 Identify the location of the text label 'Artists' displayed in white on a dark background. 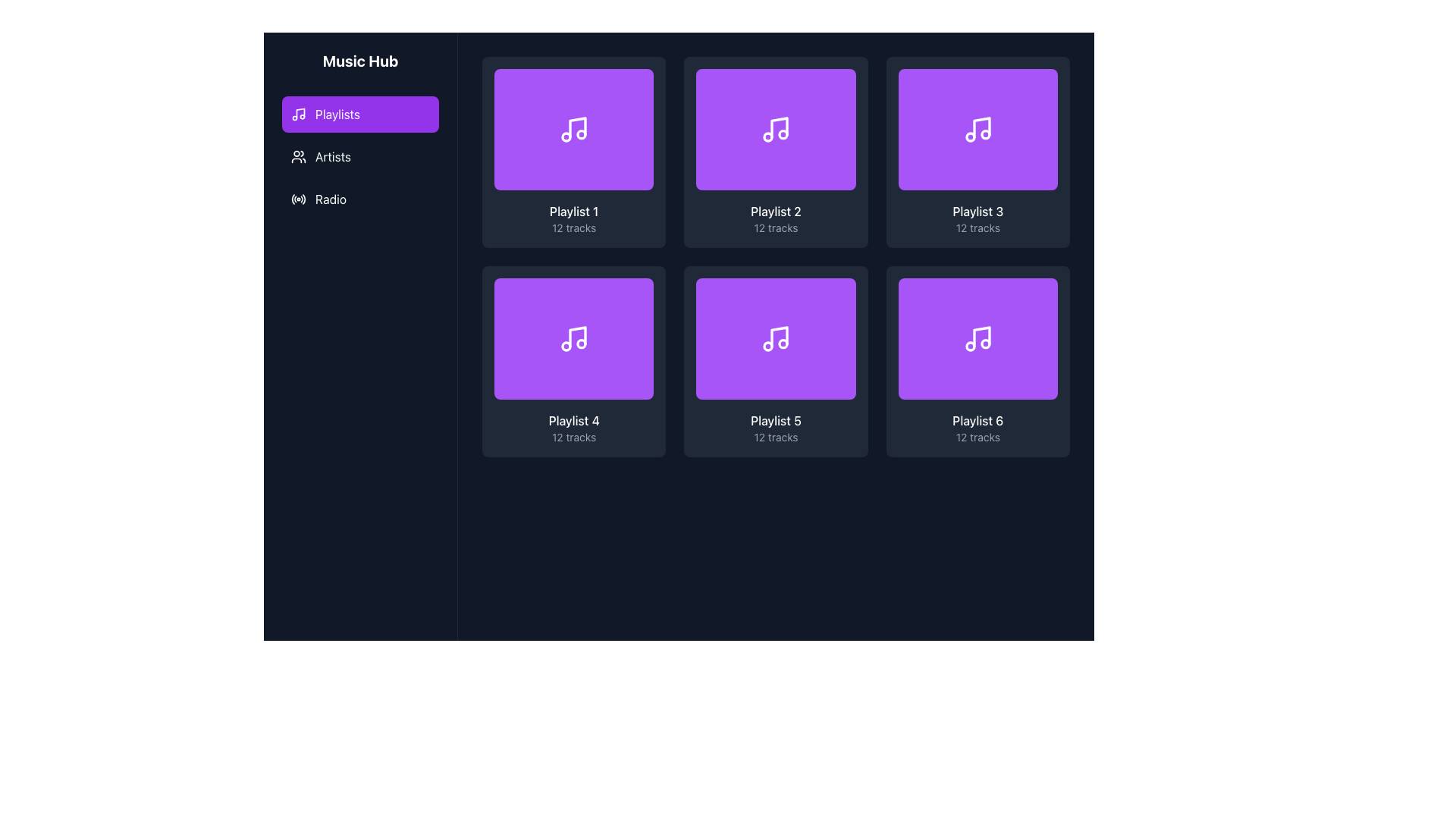
(332, 157).